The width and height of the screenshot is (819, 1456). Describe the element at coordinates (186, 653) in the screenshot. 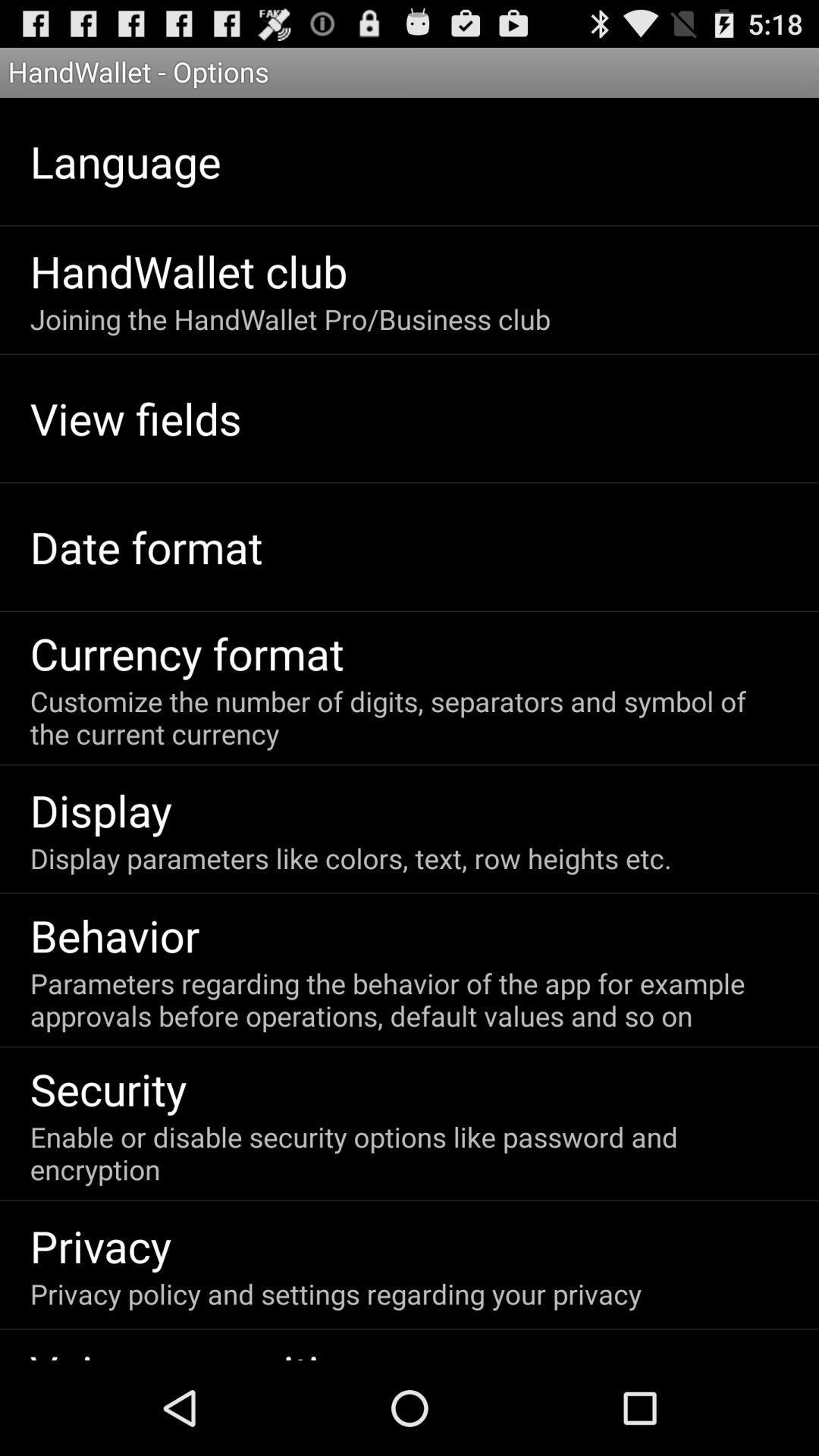

I see `the app below date format` at that location.